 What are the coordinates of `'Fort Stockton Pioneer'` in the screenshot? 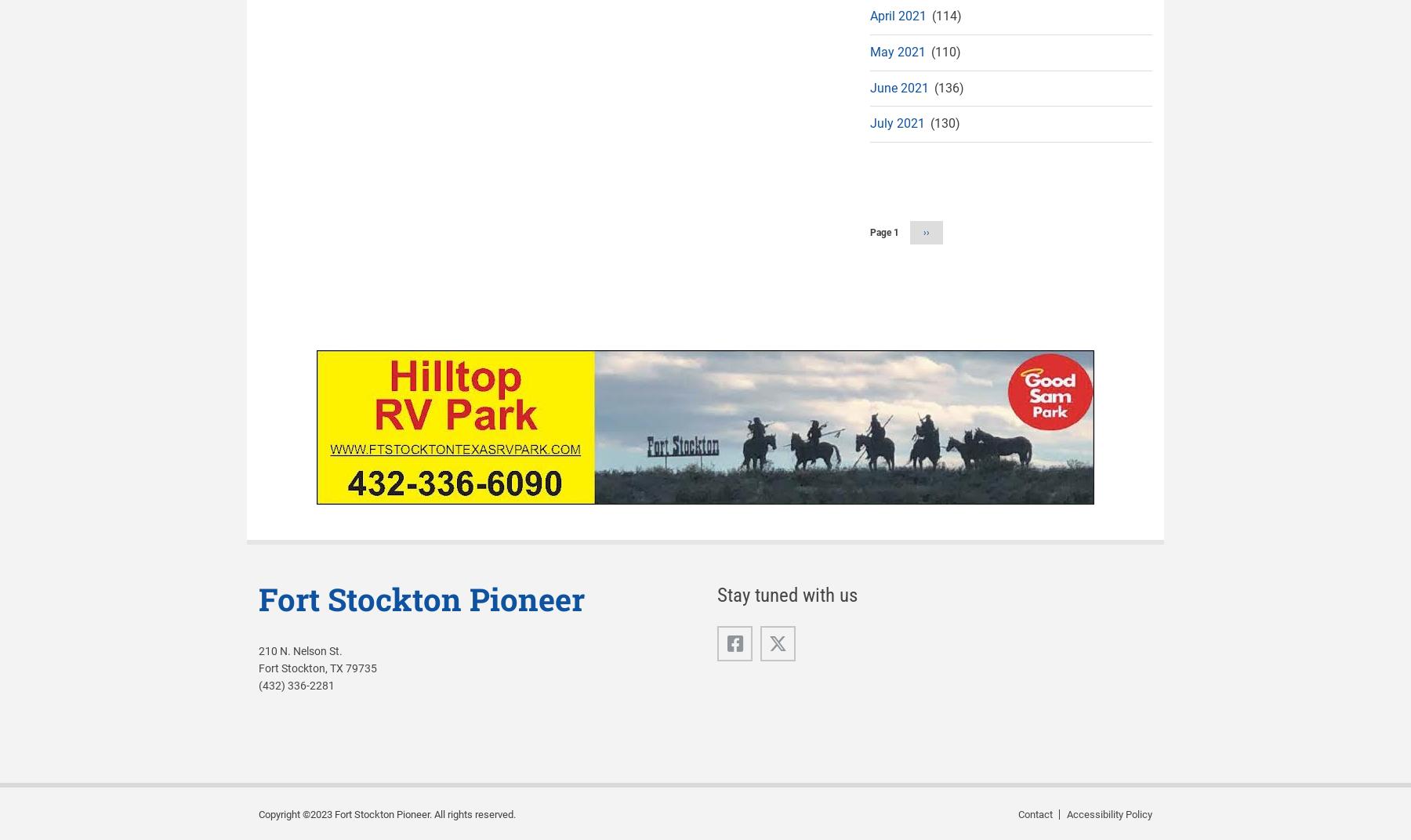 It's located at (421, 599).